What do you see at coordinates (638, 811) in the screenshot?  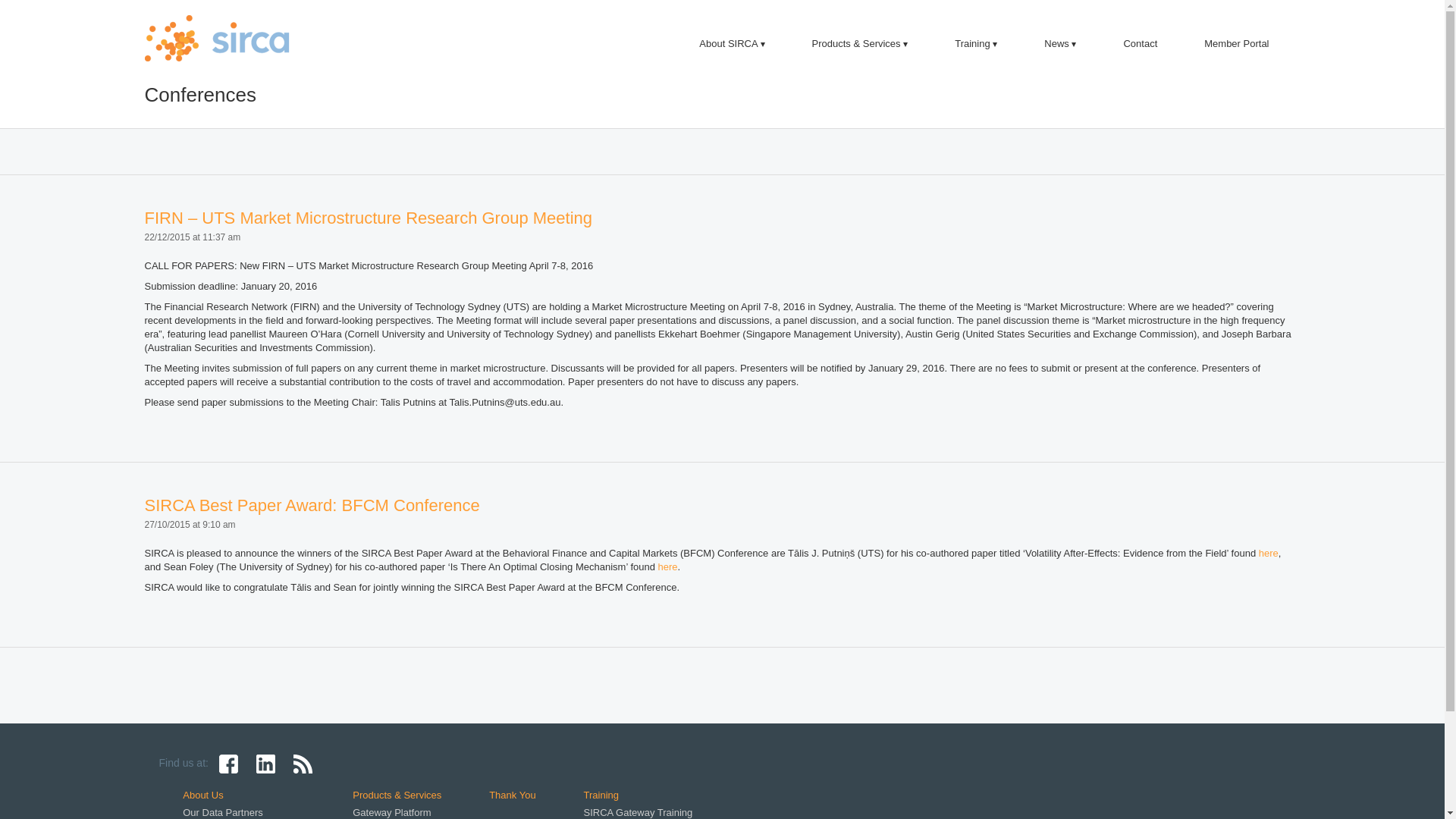 I see `'SIRCA Gateway Training'` at bounding box center [638, 811].